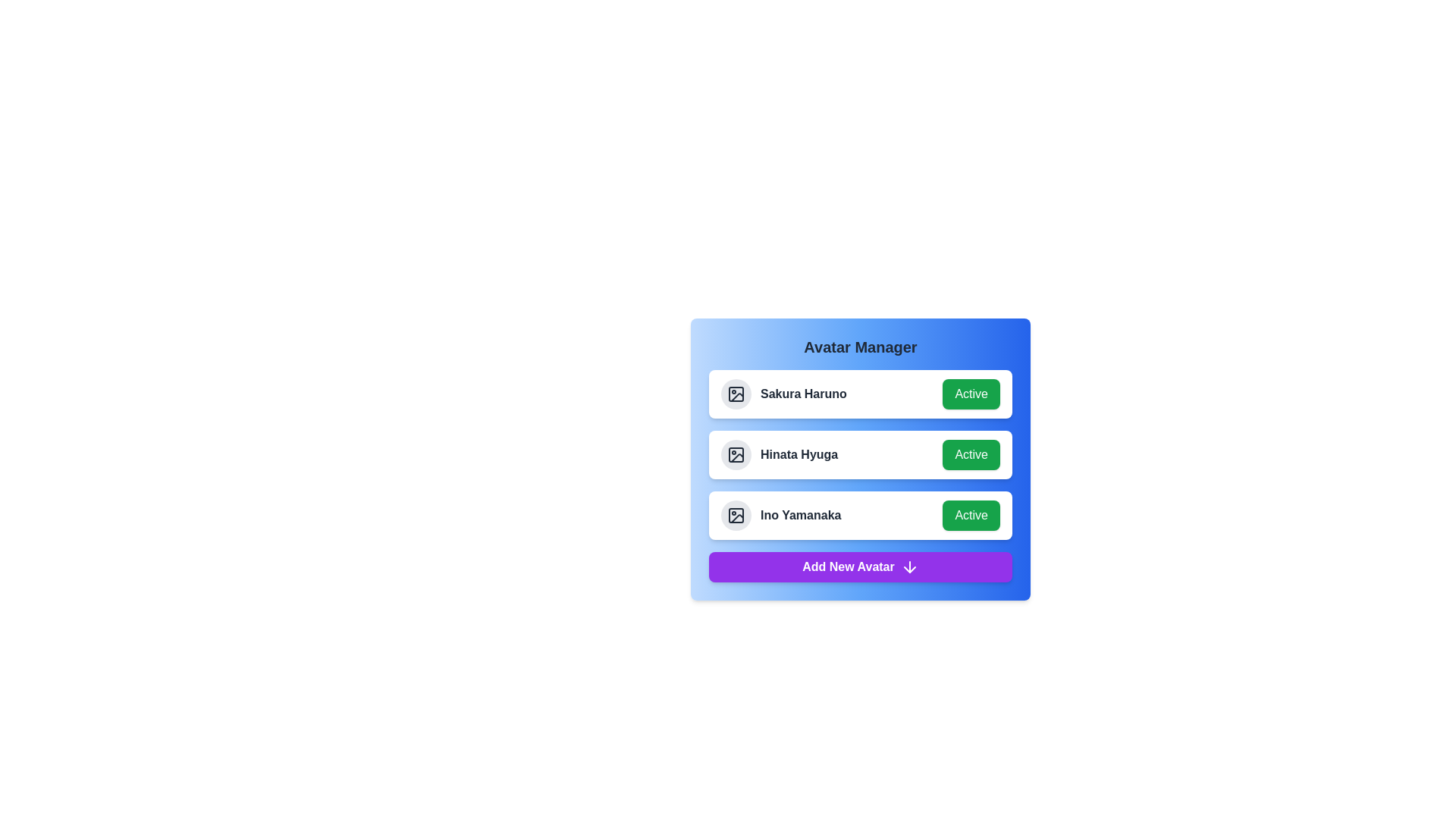 The width and height of the screenshot is (1456, 819). What do you see at coordinates (971, 454) in the screenshot?
I see `the green 'Active' button with rounded corners, labeled in white` at bounding box center [971, 454].